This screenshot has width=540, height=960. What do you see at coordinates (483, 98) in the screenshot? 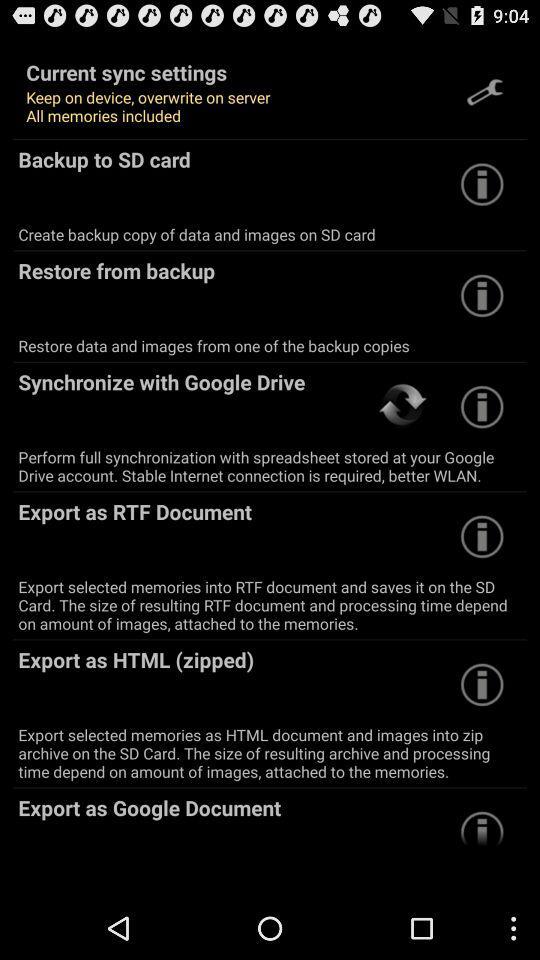
I see `the build icon` at bounding box center [483, 98].